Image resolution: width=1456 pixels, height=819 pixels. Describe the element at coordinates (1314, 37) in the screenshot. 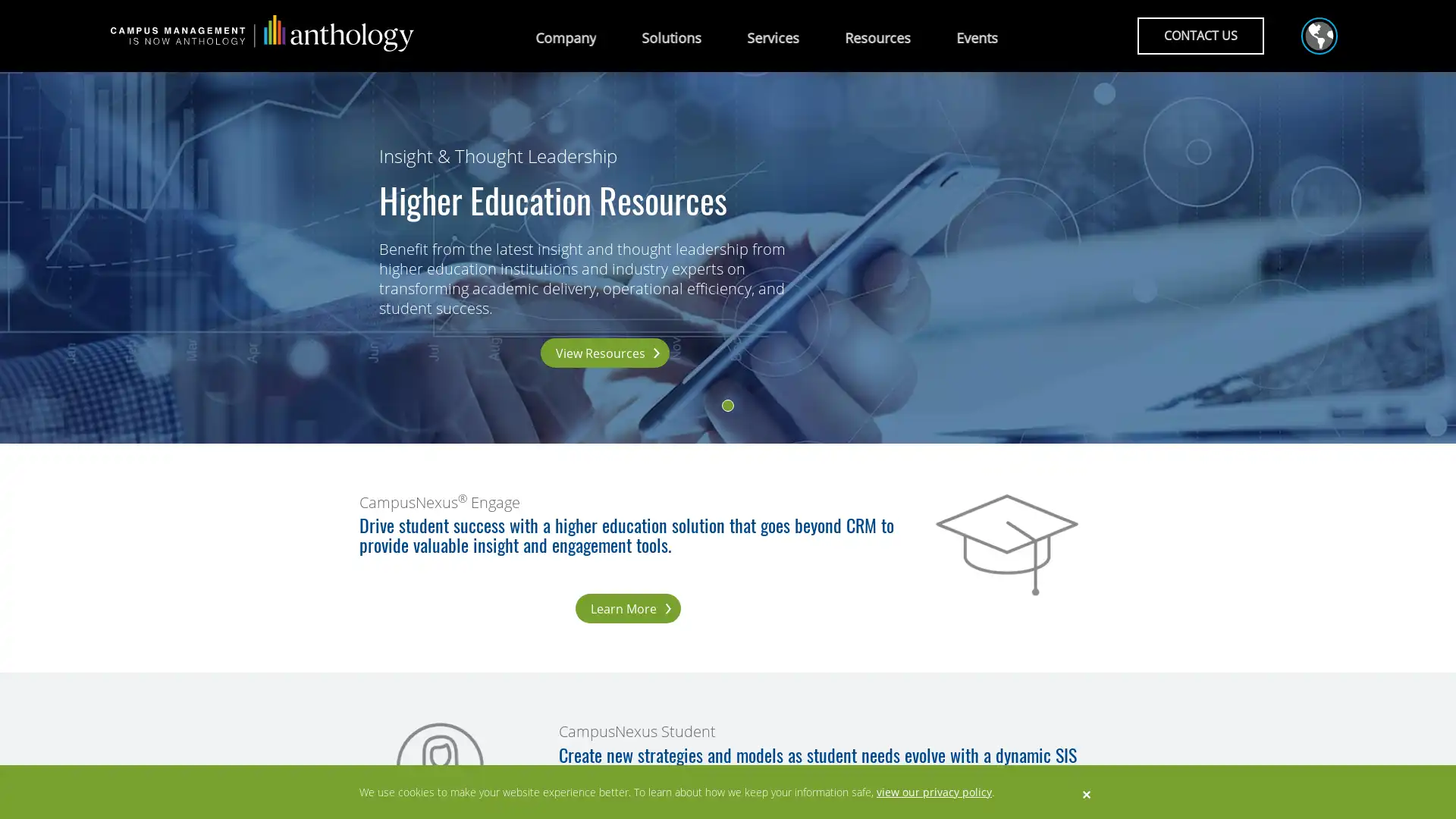

I see `Toggle navigation` at that location.